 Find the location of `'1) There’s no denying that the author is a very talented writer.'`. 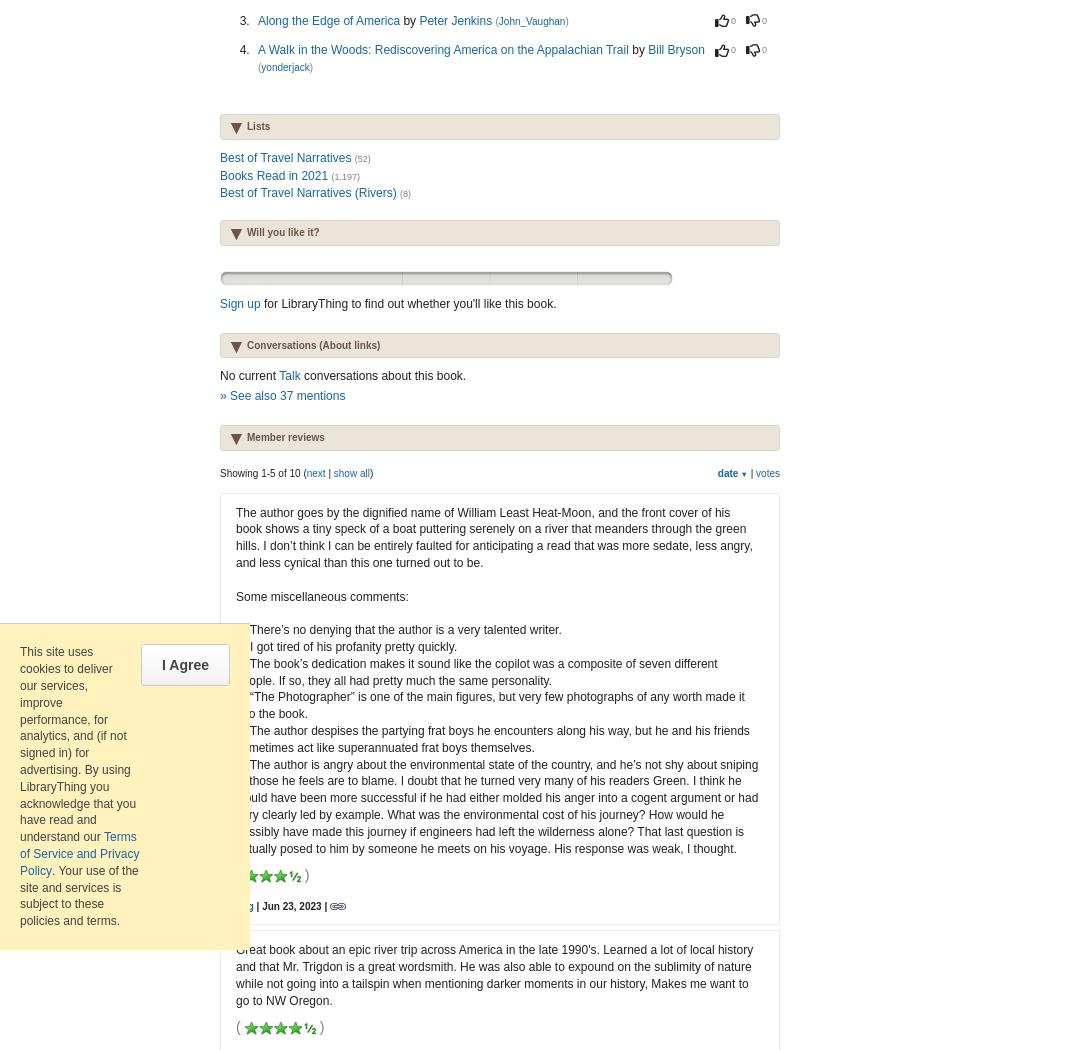

'1) There’s no denying that the author is a very talented writer.' is located at coordinates (397, 630).